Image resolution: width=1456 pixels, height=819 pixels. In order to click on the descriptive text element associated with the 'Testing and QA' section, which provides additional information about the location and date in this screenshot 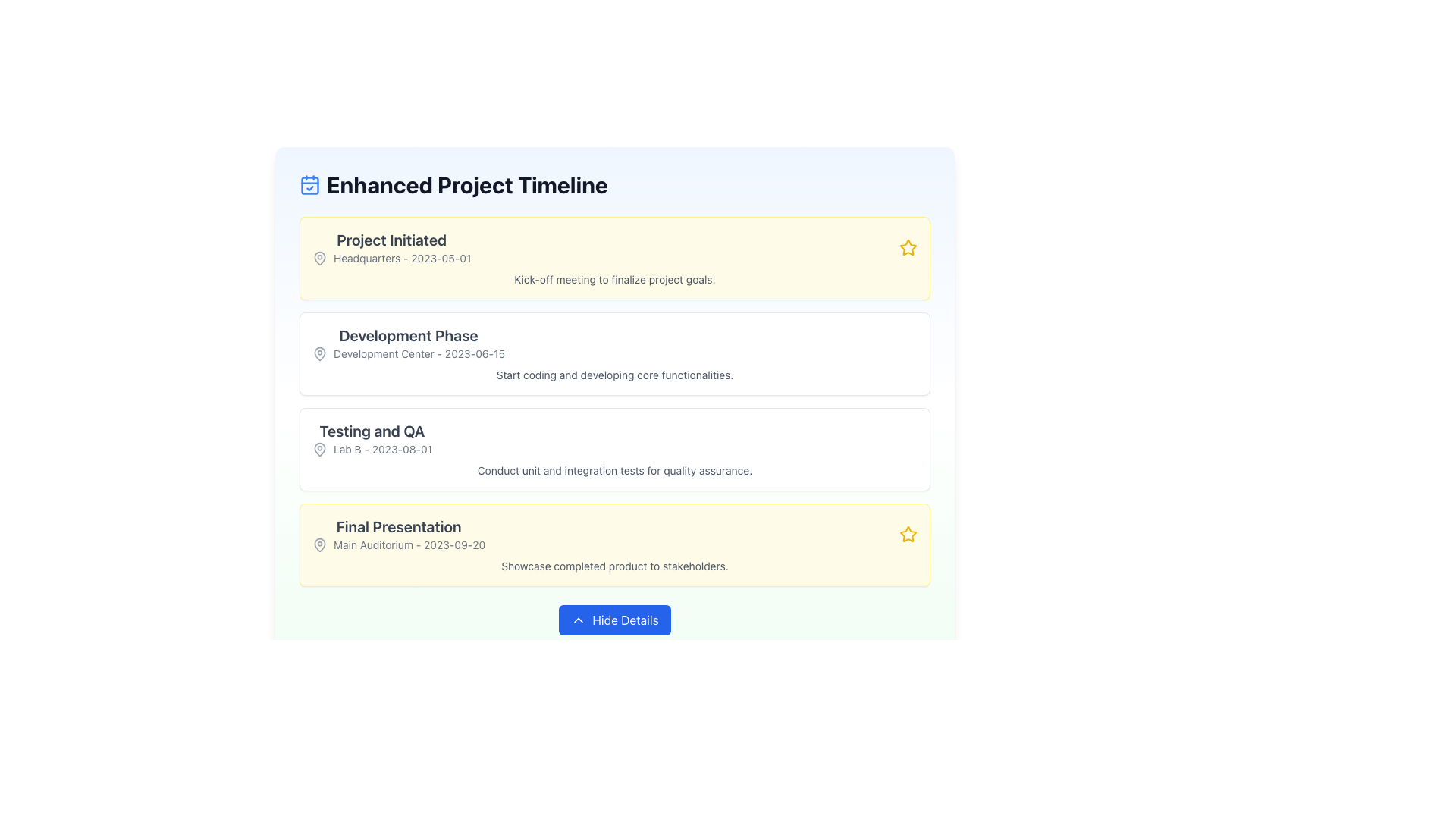, I will do `click(372, 449)`.